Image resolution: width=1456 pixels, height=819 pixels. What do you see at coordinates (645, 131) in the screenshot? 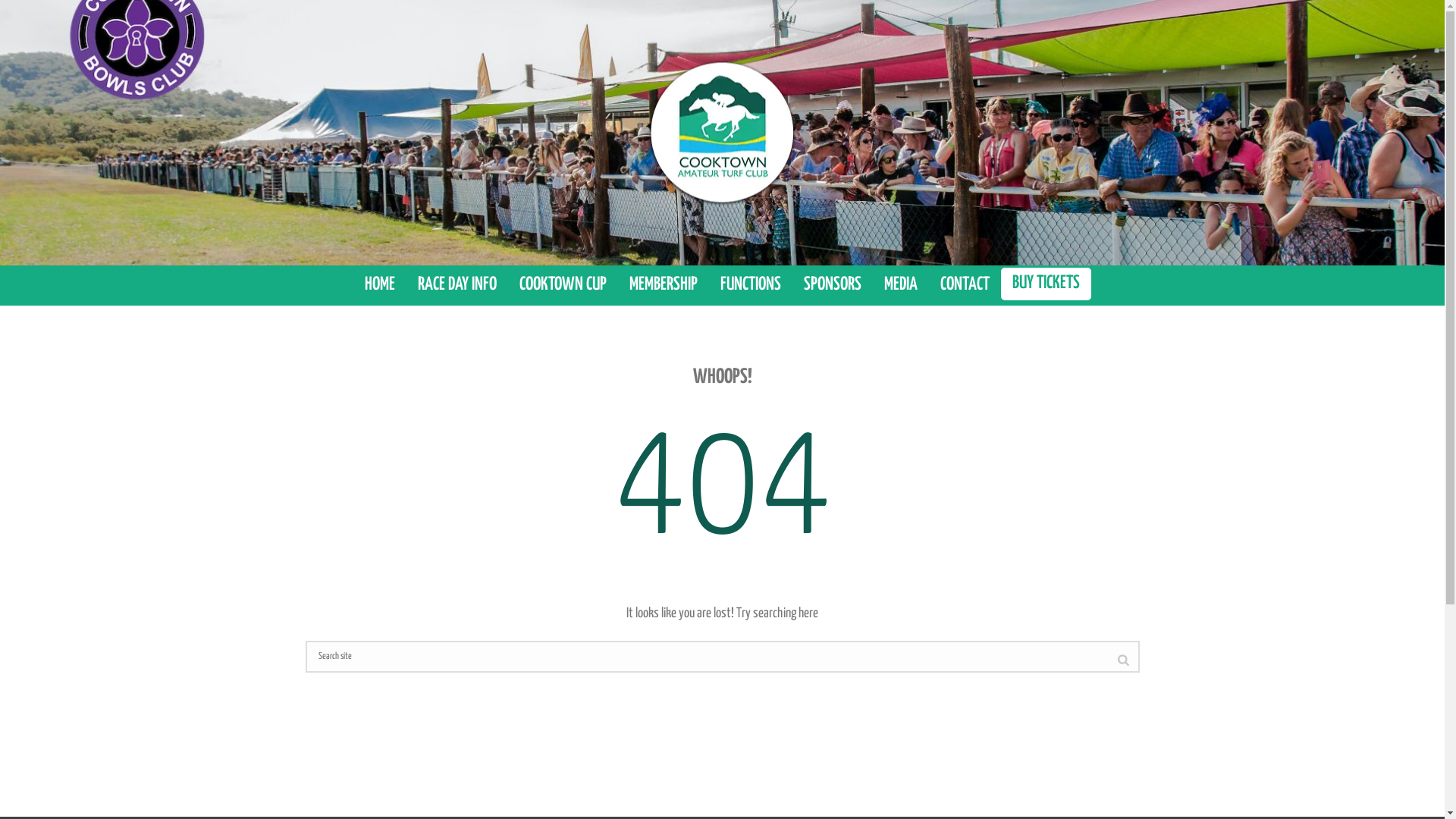
I see `'Cooktown Amateurs Turf Club'` at bounding box center [645, 131].